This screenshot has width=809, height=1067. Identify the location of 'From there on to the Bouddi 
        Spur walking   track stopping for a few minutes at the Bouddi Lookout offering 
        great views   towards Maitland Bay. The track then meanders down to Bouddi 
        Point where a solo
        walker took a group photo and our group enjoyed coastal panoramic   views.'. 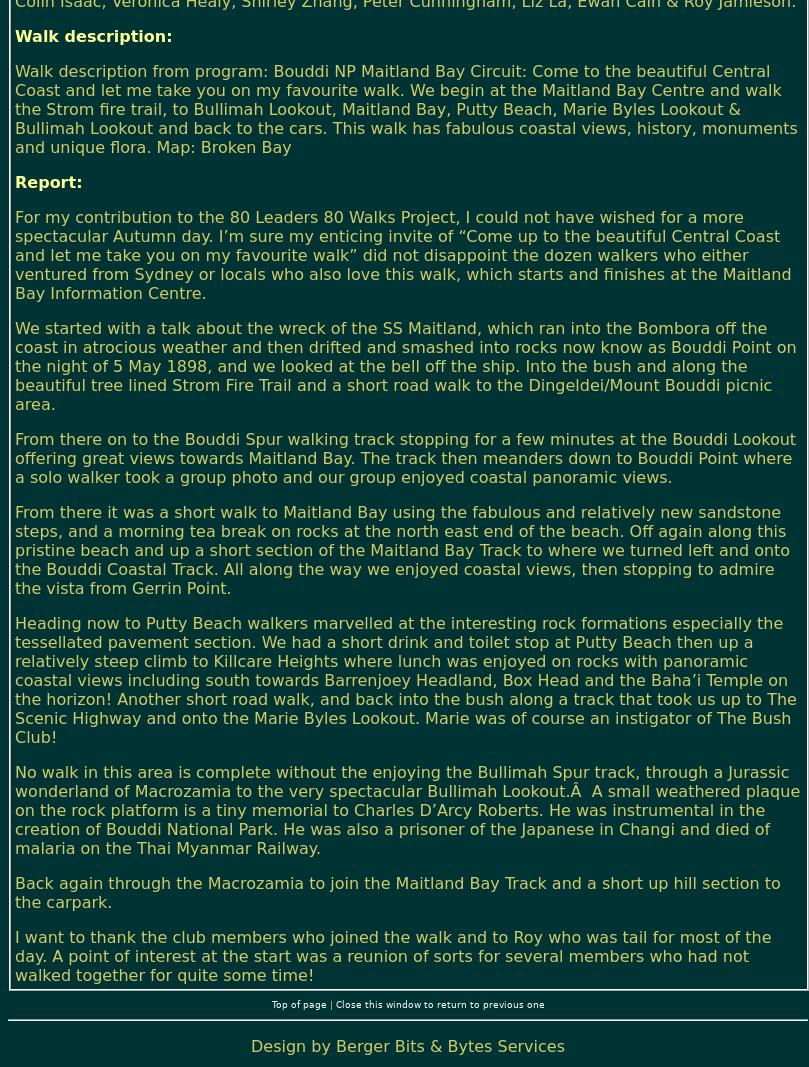
(14, 456).